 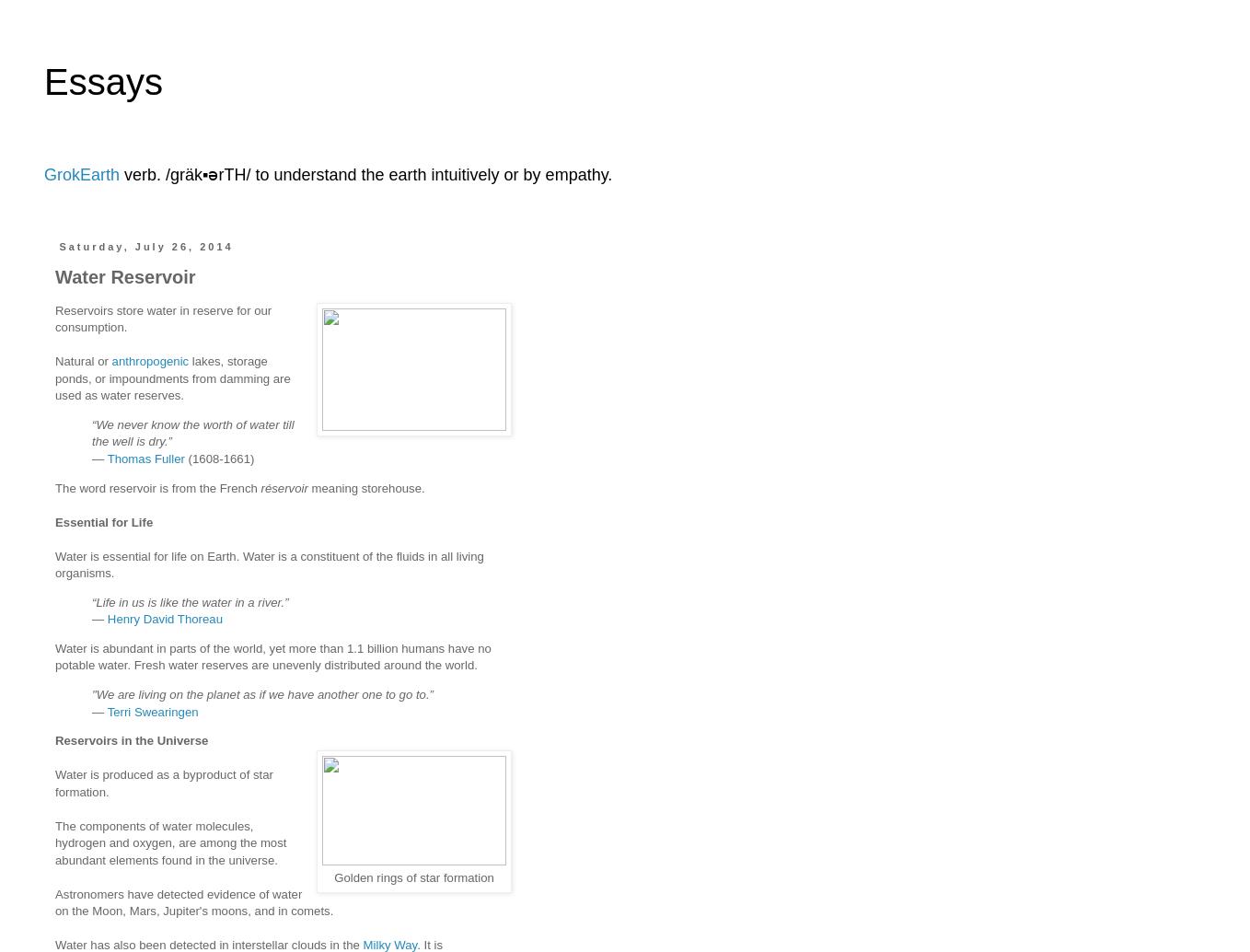 What do you see at coordinates (157, 487) in the screenshot?
I see `'The word reservoir is from the French'` at bounding box center [157, 487].